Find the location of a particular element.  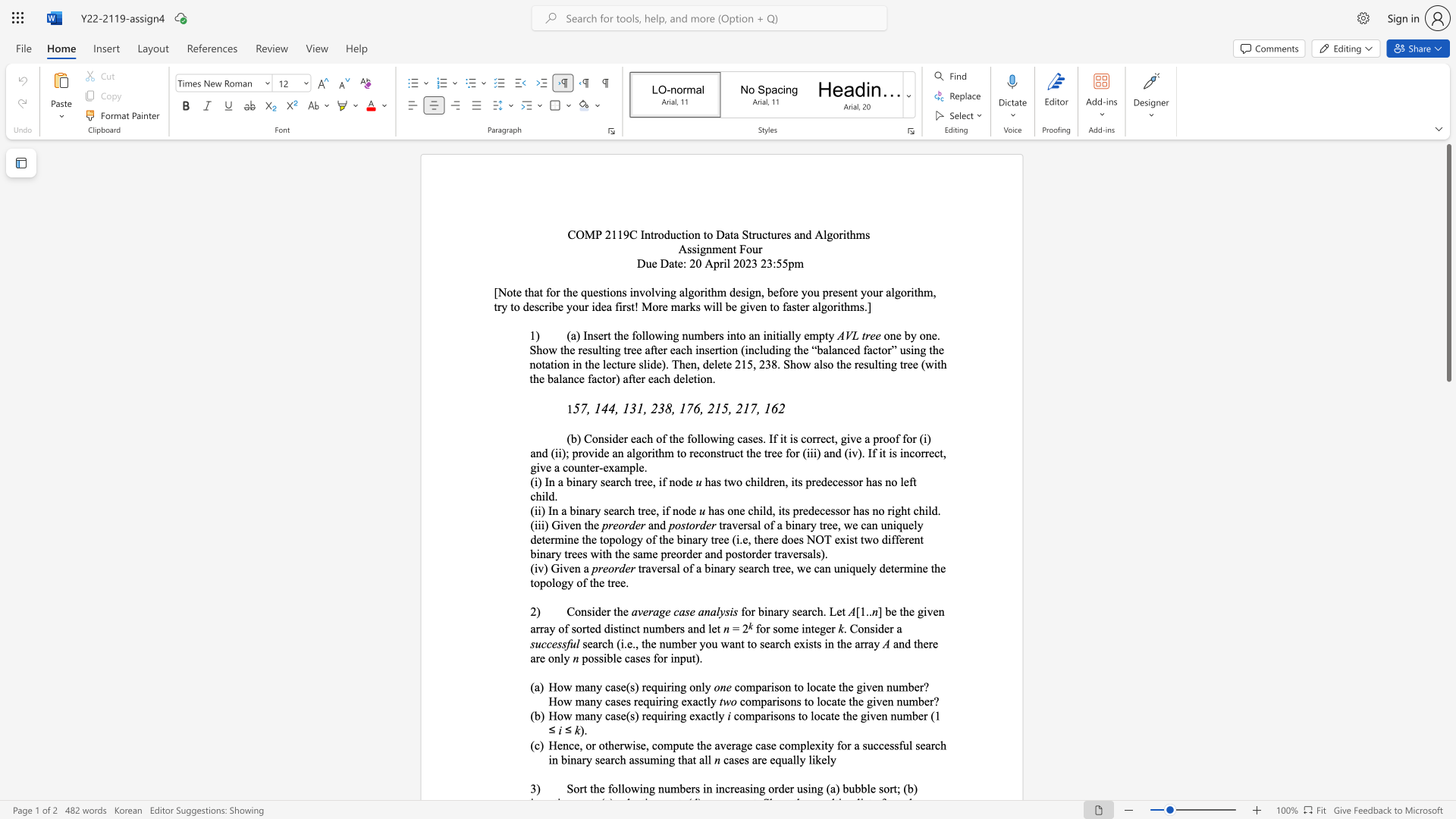

the vertical scrollbar to lower the page content is located at coordinates (1448, 469).